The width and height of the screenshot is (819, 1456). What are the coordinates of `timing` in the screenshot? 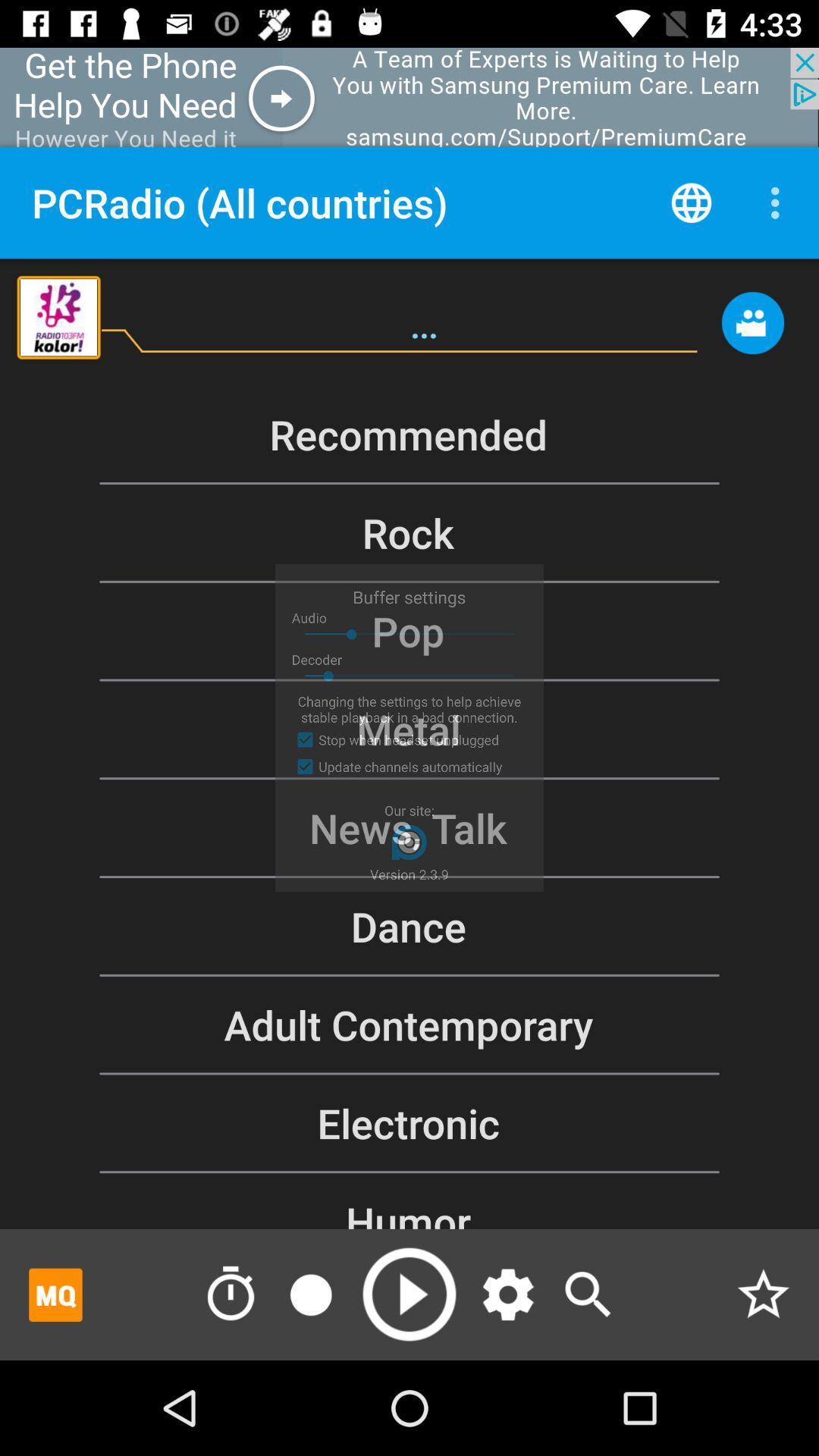 It's located at (231, 1294).